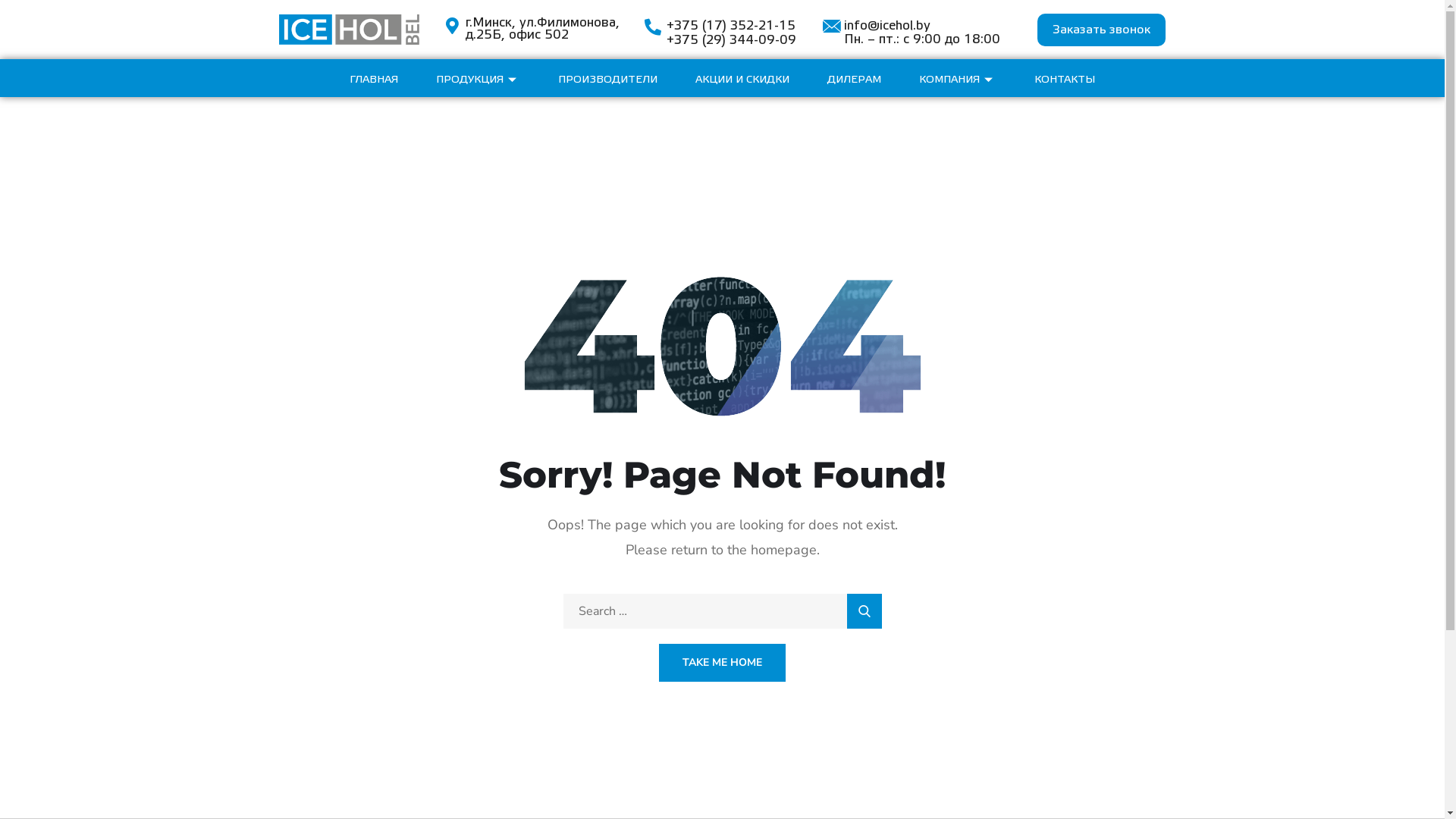 The width and height of the screenshot is (1456, 819). Describe the element at coordinates (721, 662) in the screenshot. I see `'TAKE ME HOME'` at that location.